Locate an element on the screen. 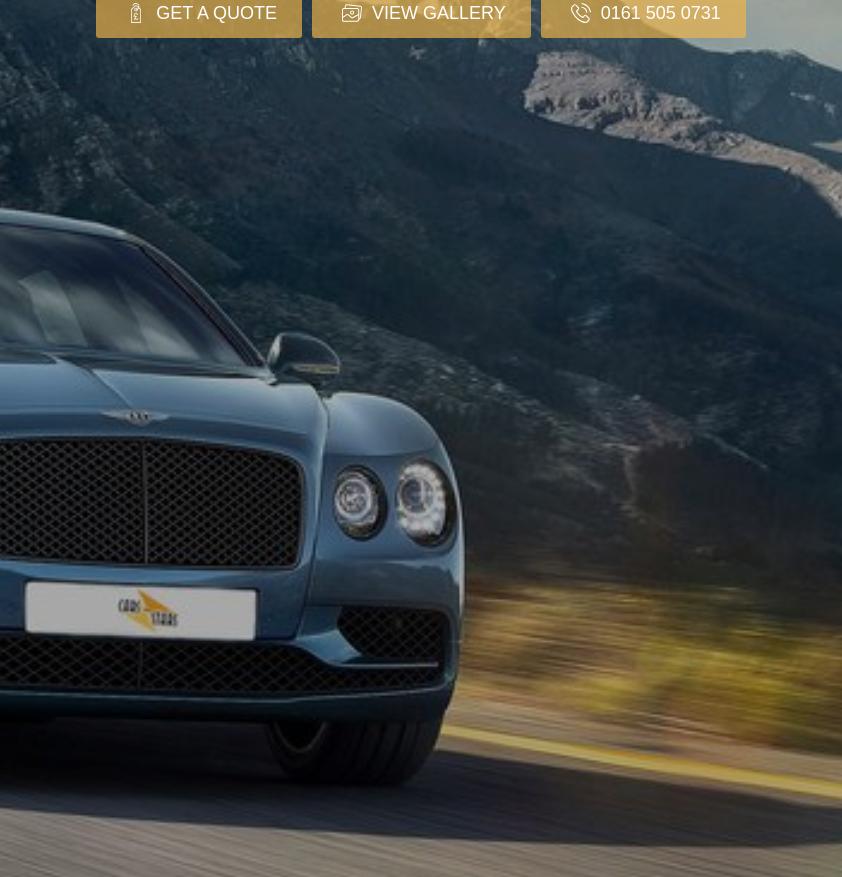  'online form' is located at coordinates (482, 13).